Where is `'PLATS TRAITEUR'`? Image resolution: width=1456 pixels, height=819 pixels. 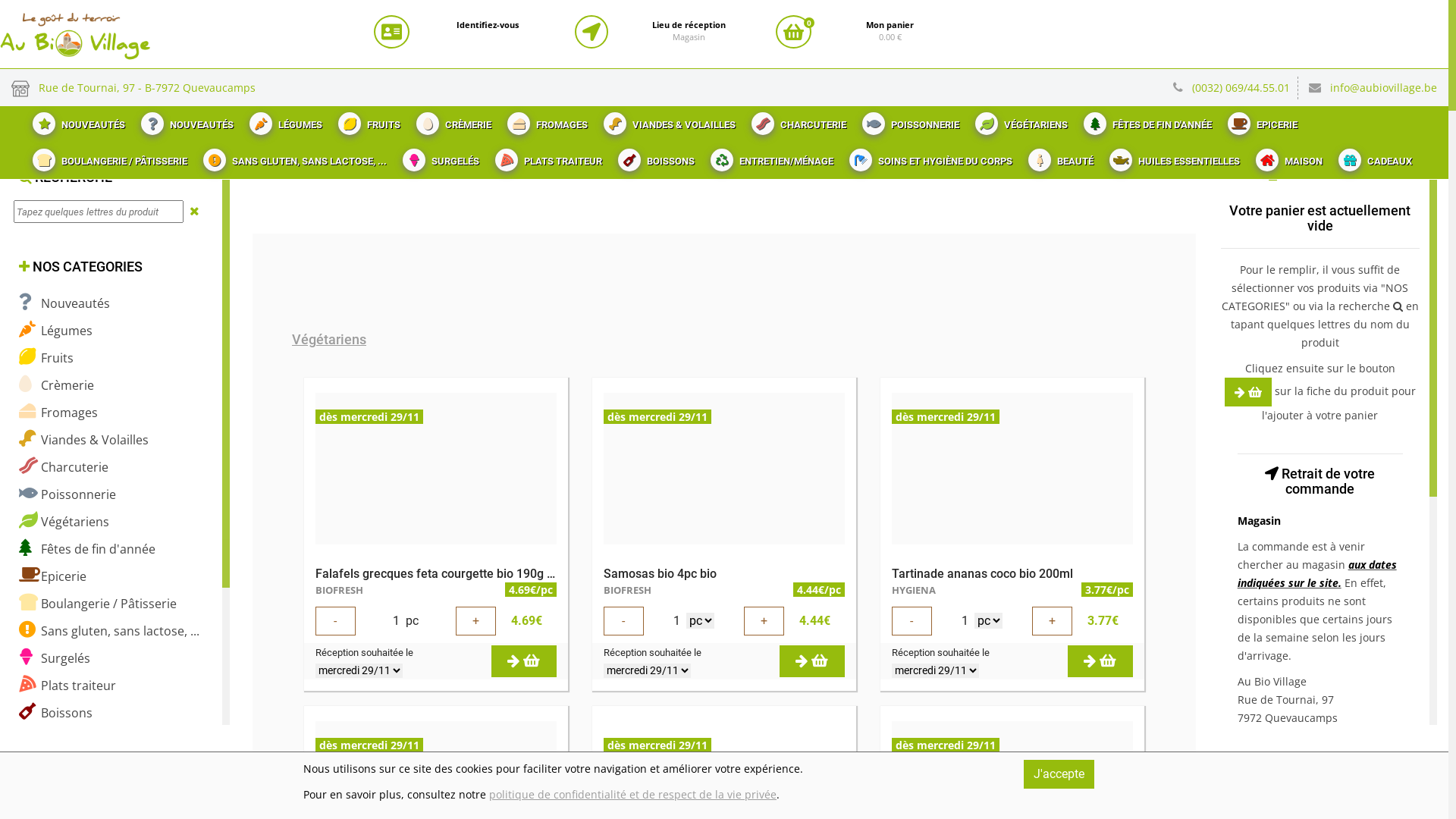 'PLATS TRAITEUR' is located at coordinates (546, 157).